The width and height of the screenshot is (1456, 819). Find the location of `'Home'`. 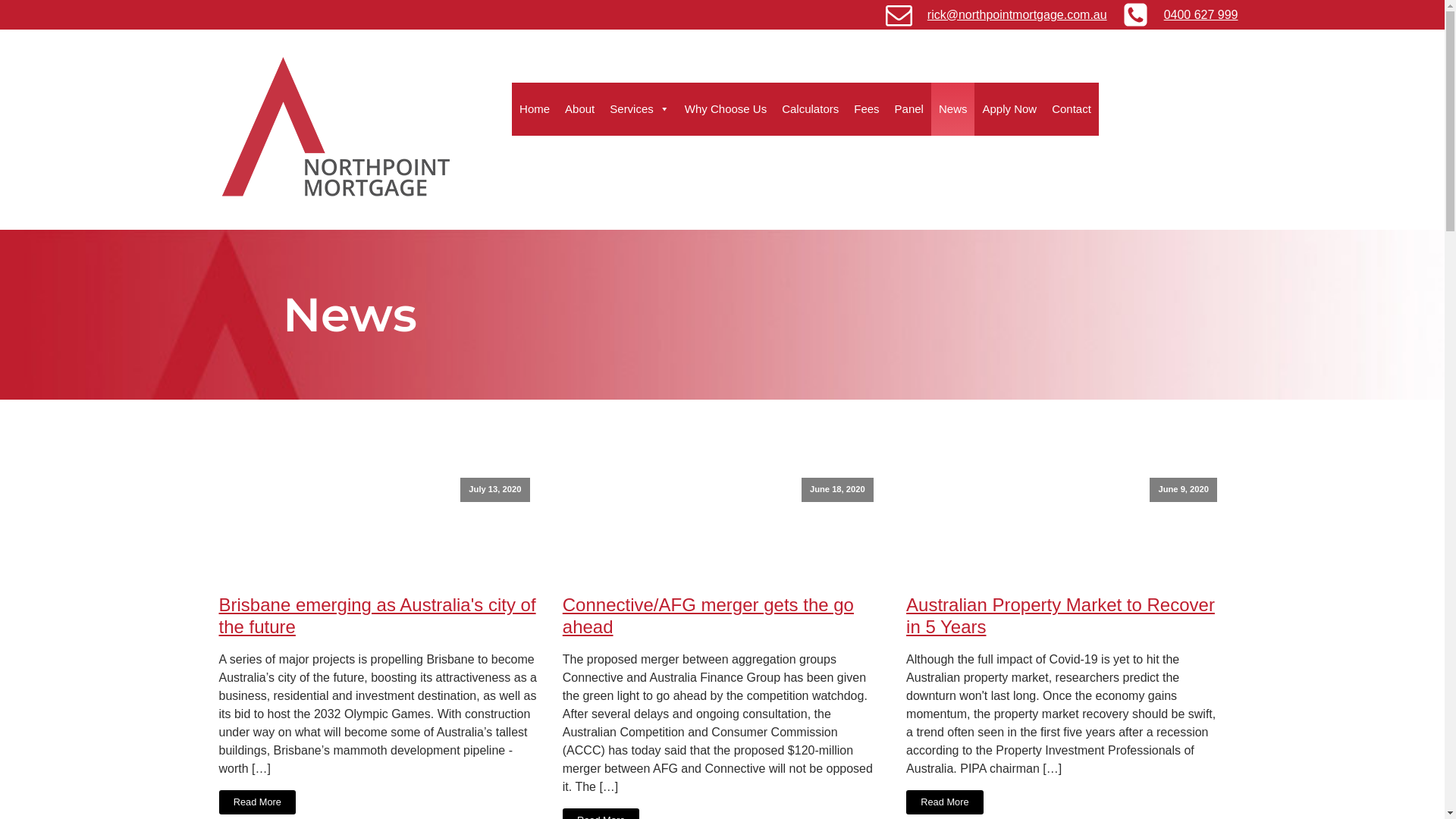

'Home' is located at coordinates (535, 108).